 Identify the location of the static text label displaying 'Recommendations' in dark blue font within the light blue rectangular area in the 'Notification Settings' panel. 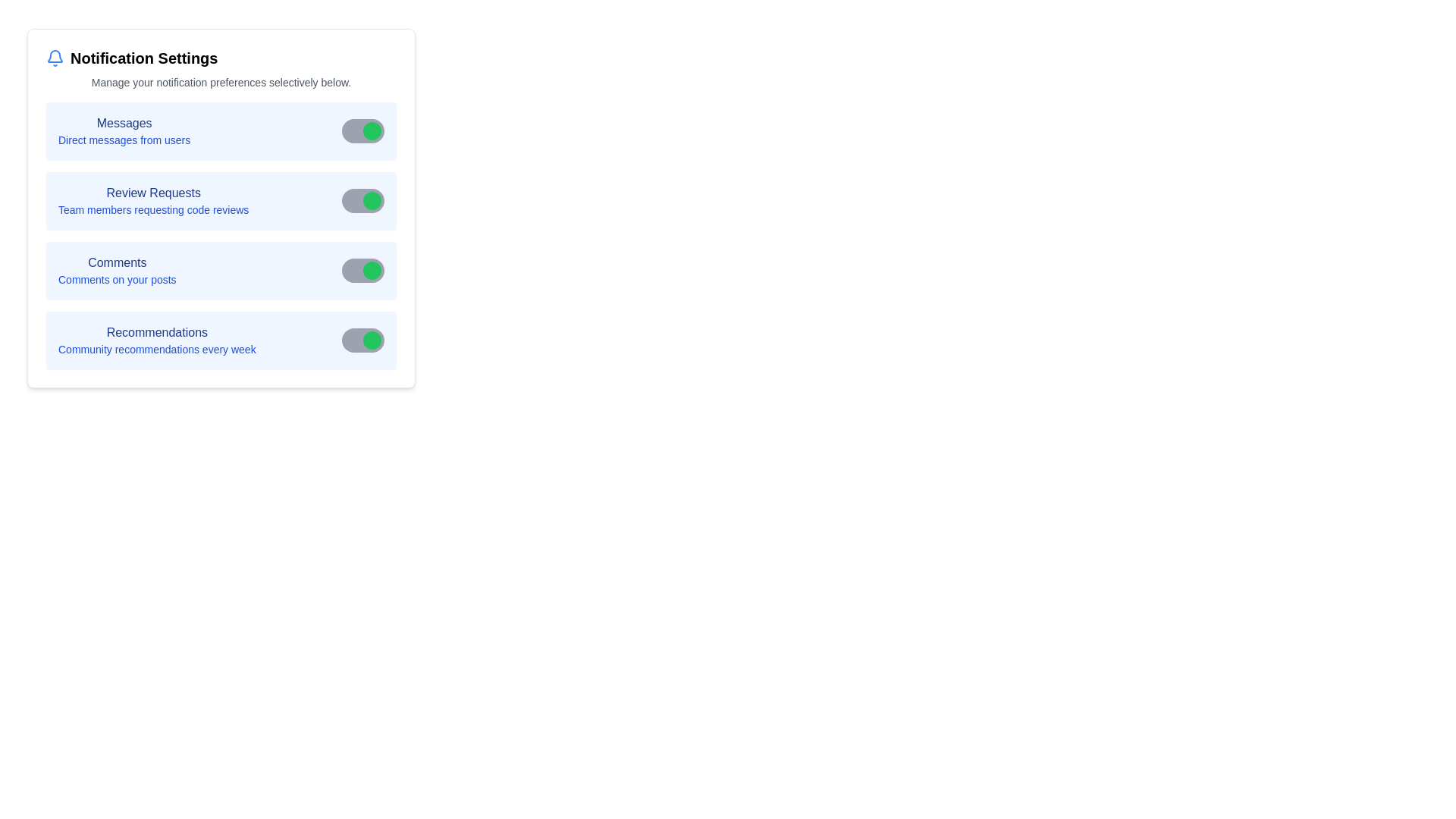
(157, 332).